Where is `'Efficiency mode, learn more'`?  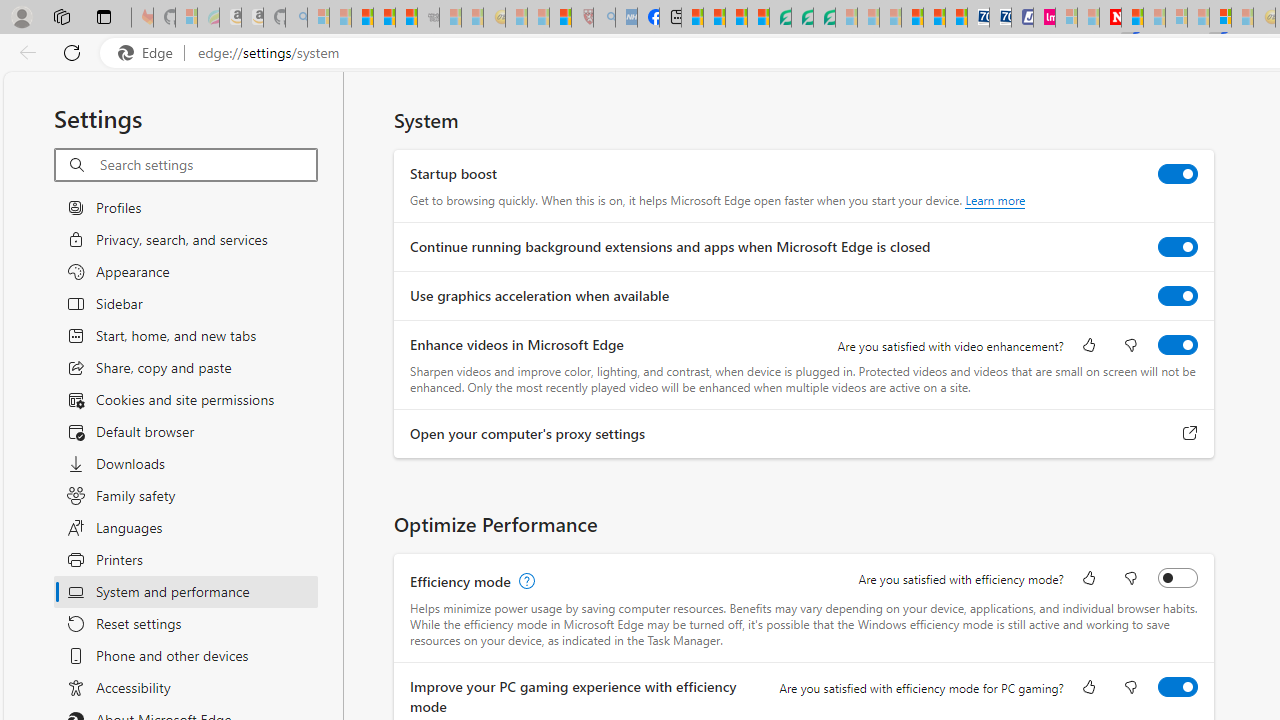 'Efficiency mode, learn more' is located at coordinates (524, 582).